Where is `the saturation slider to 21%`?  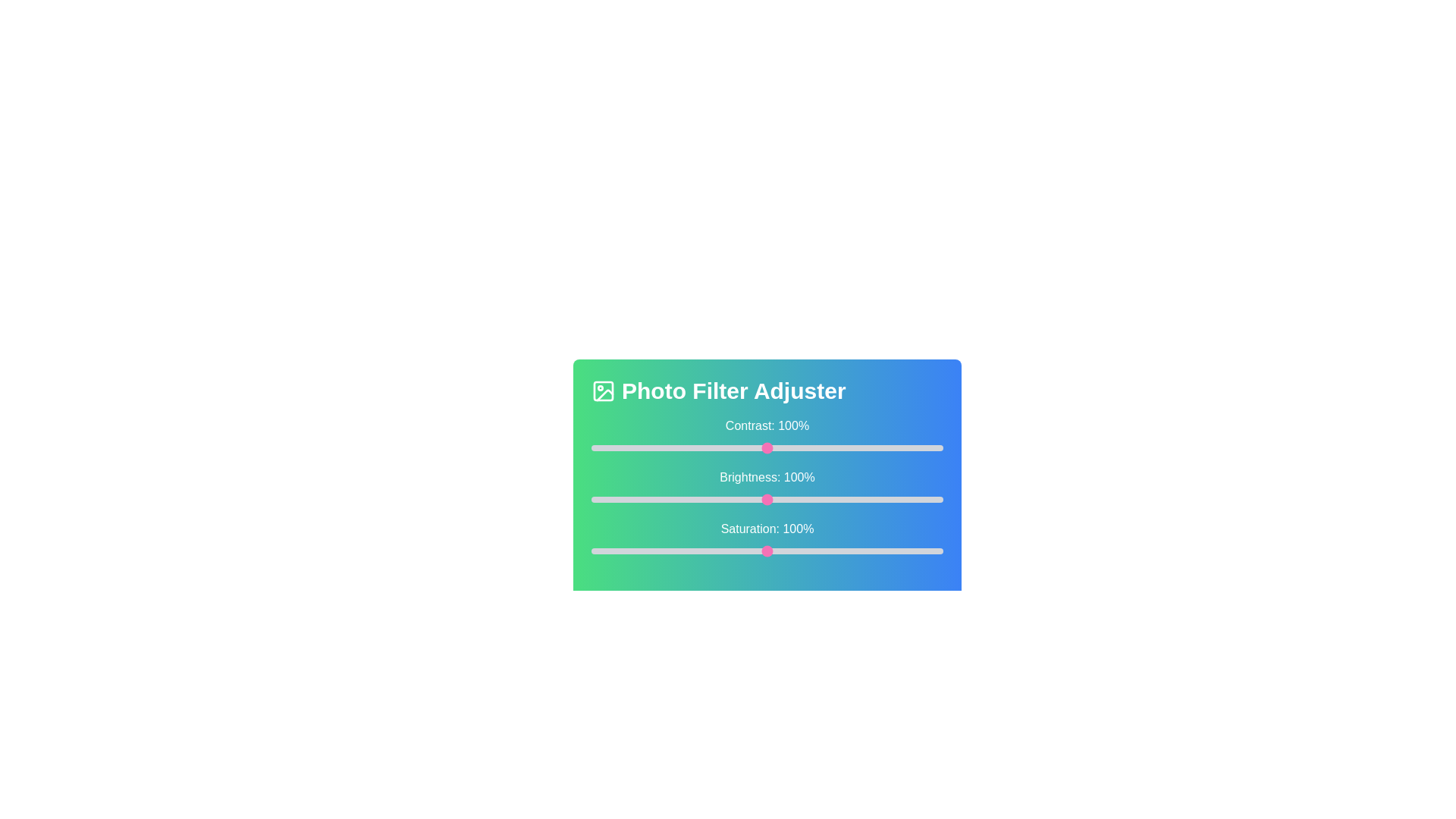 the saturation slider to 21% is located at coordinates (628, 551).